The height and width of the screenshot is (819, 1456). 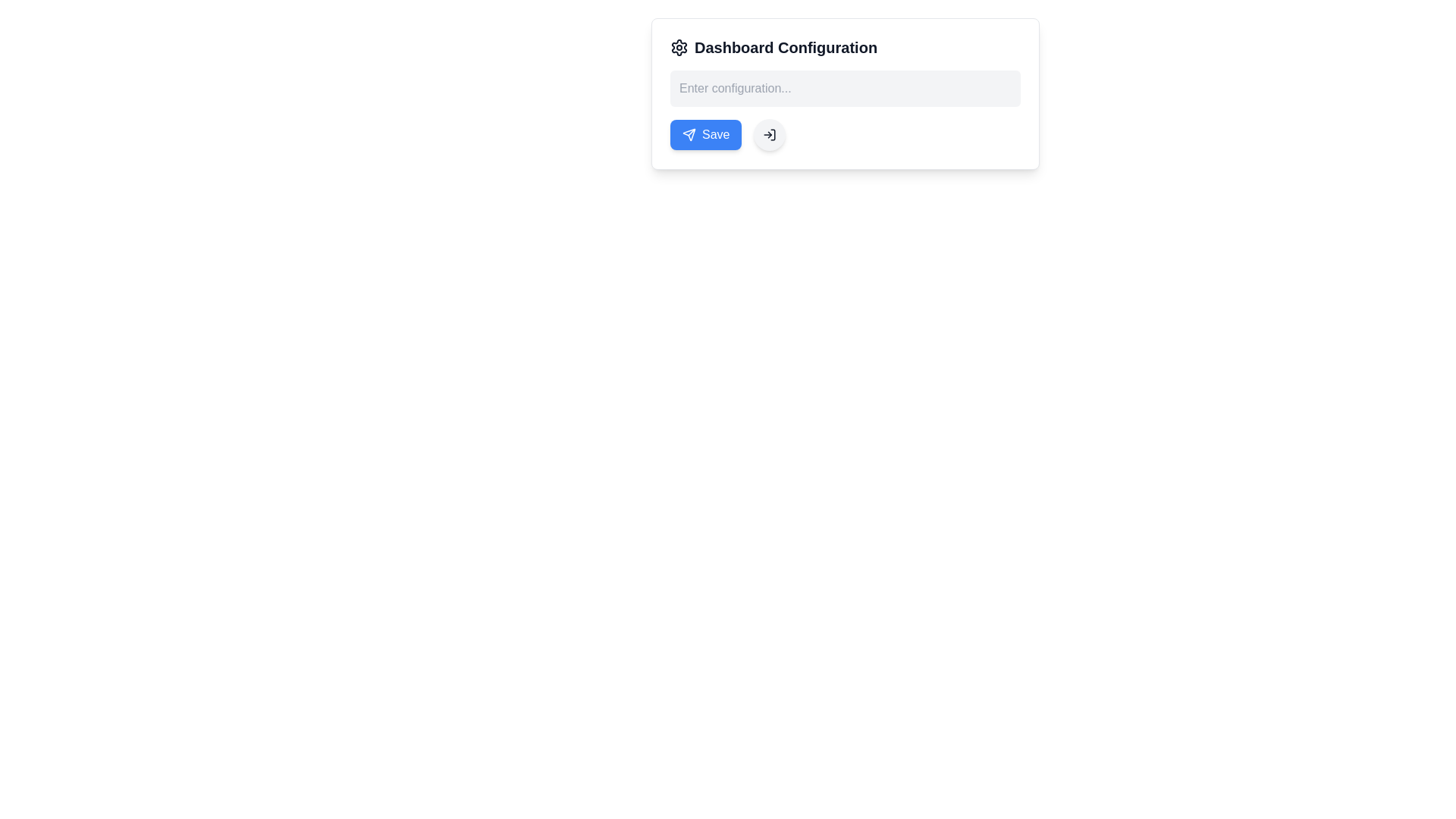 What do you see at coordinates (844, 46) in the screenshot?
I see `the text label reading 'Dashboard Configuration' which is bold and has a gear icon to its left, located at the top center of the interface` at bounding box center [844, 46].